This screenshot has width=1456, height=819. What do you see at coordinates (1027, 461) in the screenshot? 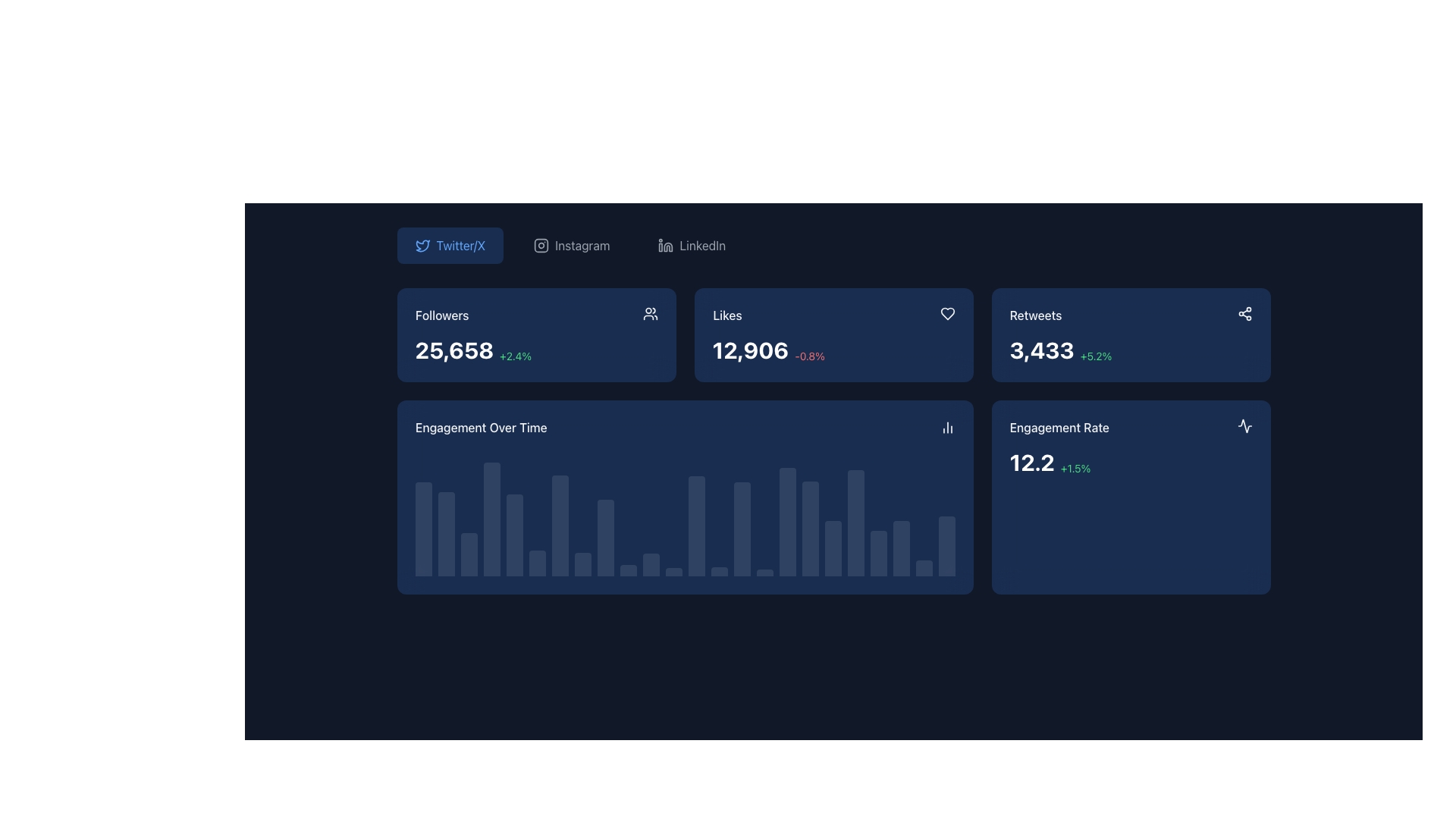
I see `the Static Text displaying the numeric value '9.2', which represents the engagement metric of the associated platform, located in the bottom-right corner of the dashboard` at bounding box center [1027, 461].